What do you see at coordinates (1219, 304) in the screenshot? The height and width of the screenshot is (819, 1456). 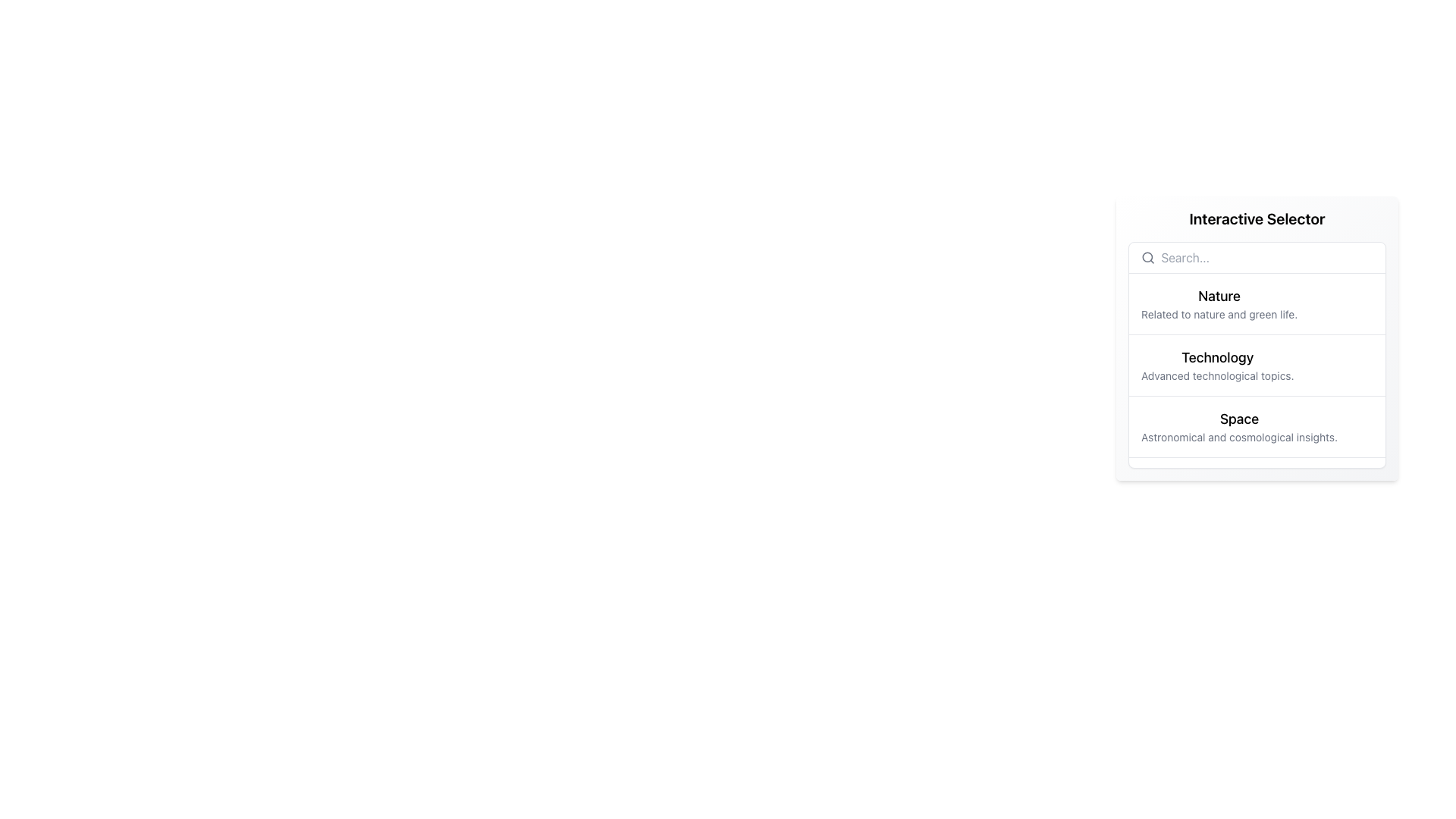 I see `the first list item in the sidebar labeled 'Nature'` at bounding box center [1219, 304].